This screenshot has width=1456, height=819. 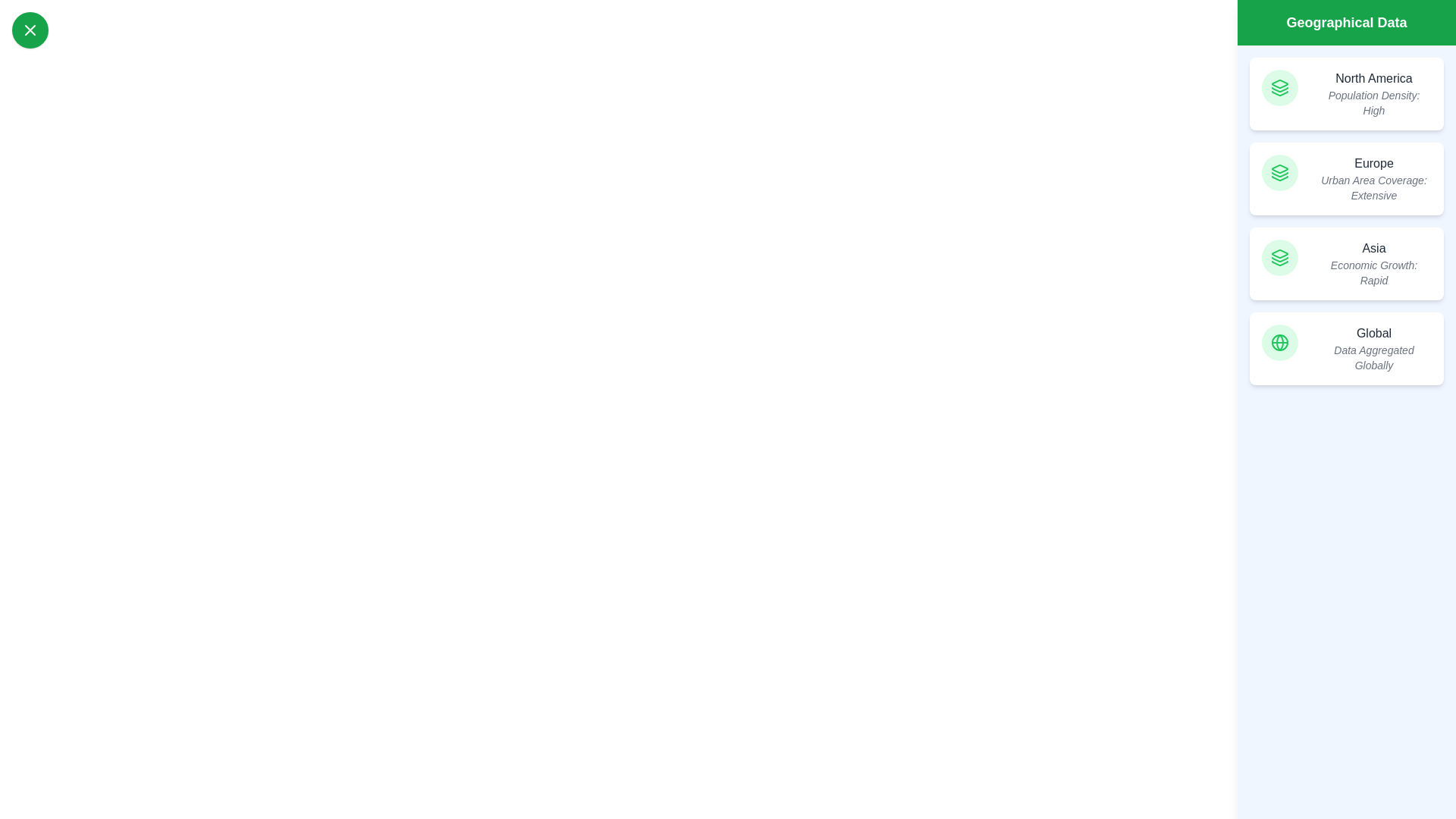 What do you see at coordinates (1347, 262) in the screenshot?
I see `the region Asia from the list` at bounding box center [1347, 262].